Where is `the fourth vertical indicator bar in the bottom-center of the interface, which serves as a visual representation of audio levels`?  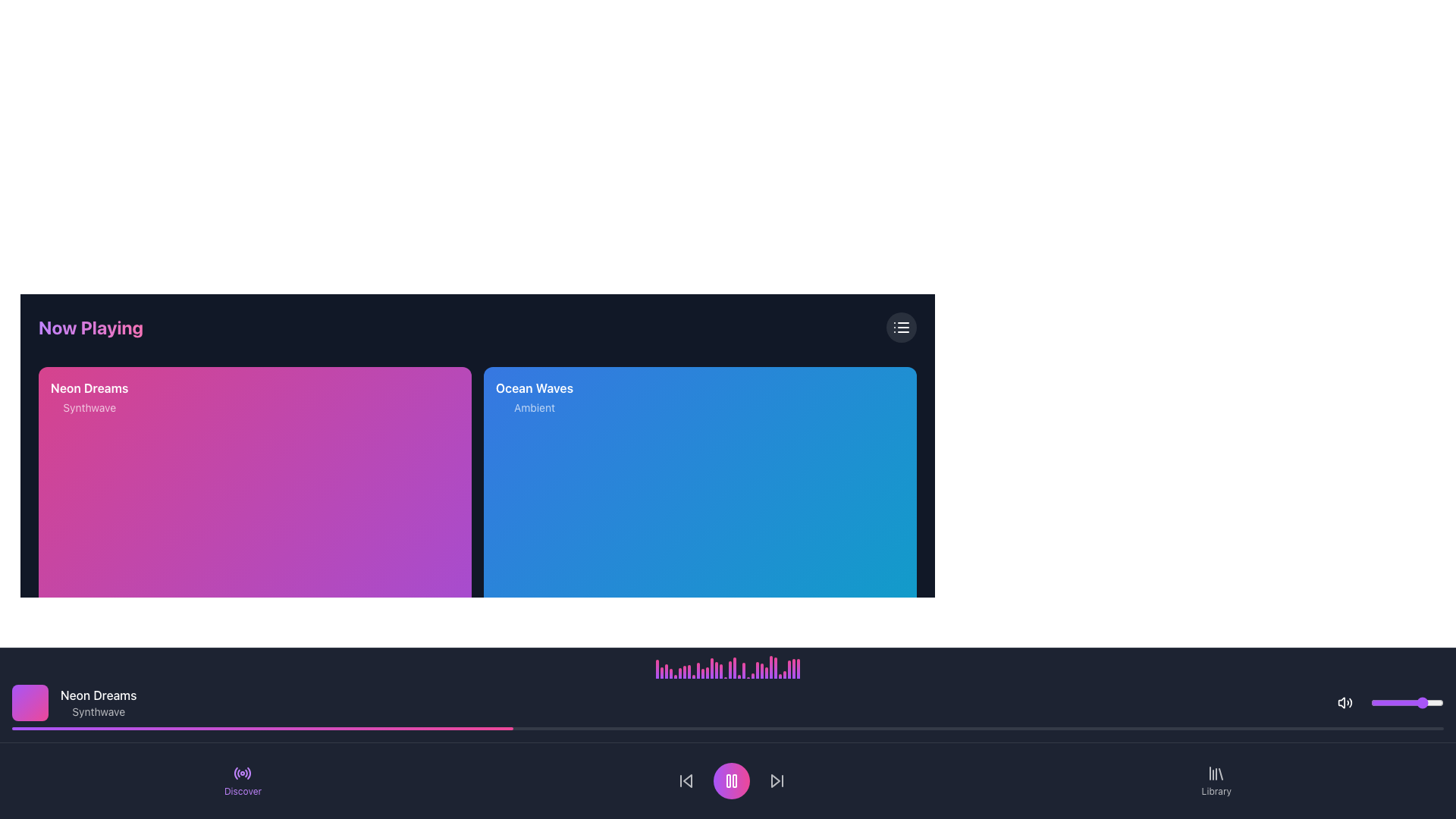 the fourth vertical indicator bar in the bottom-center of the interface, which serves as a visual representation of audio levels is located at coordinates (670, 669).